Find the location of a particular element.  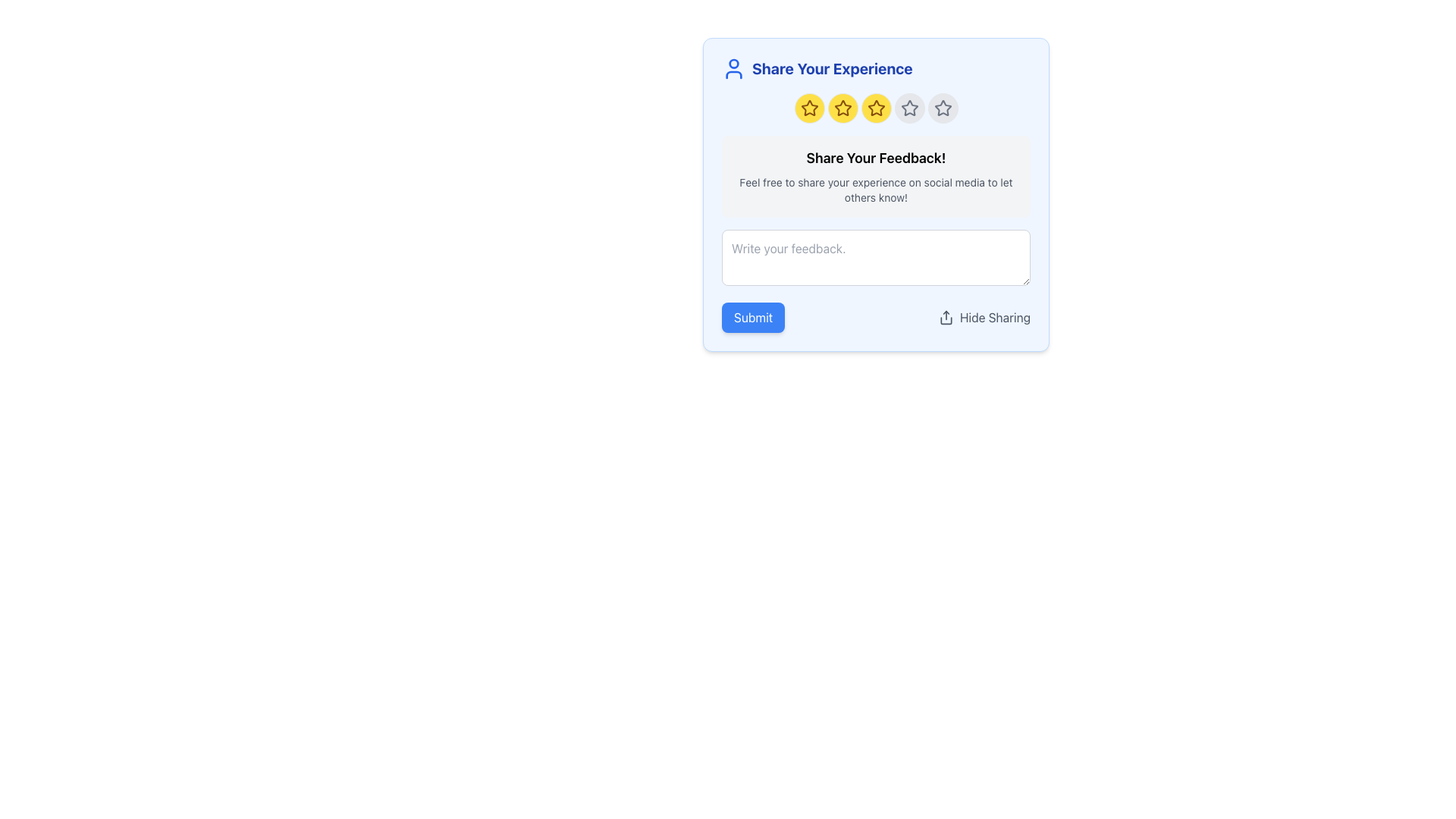

the Static text block providing context to encourage users to share their experience, located beneath the title 'Share Your Feedback!' and above the text input box is located at coordinates (876, 189).